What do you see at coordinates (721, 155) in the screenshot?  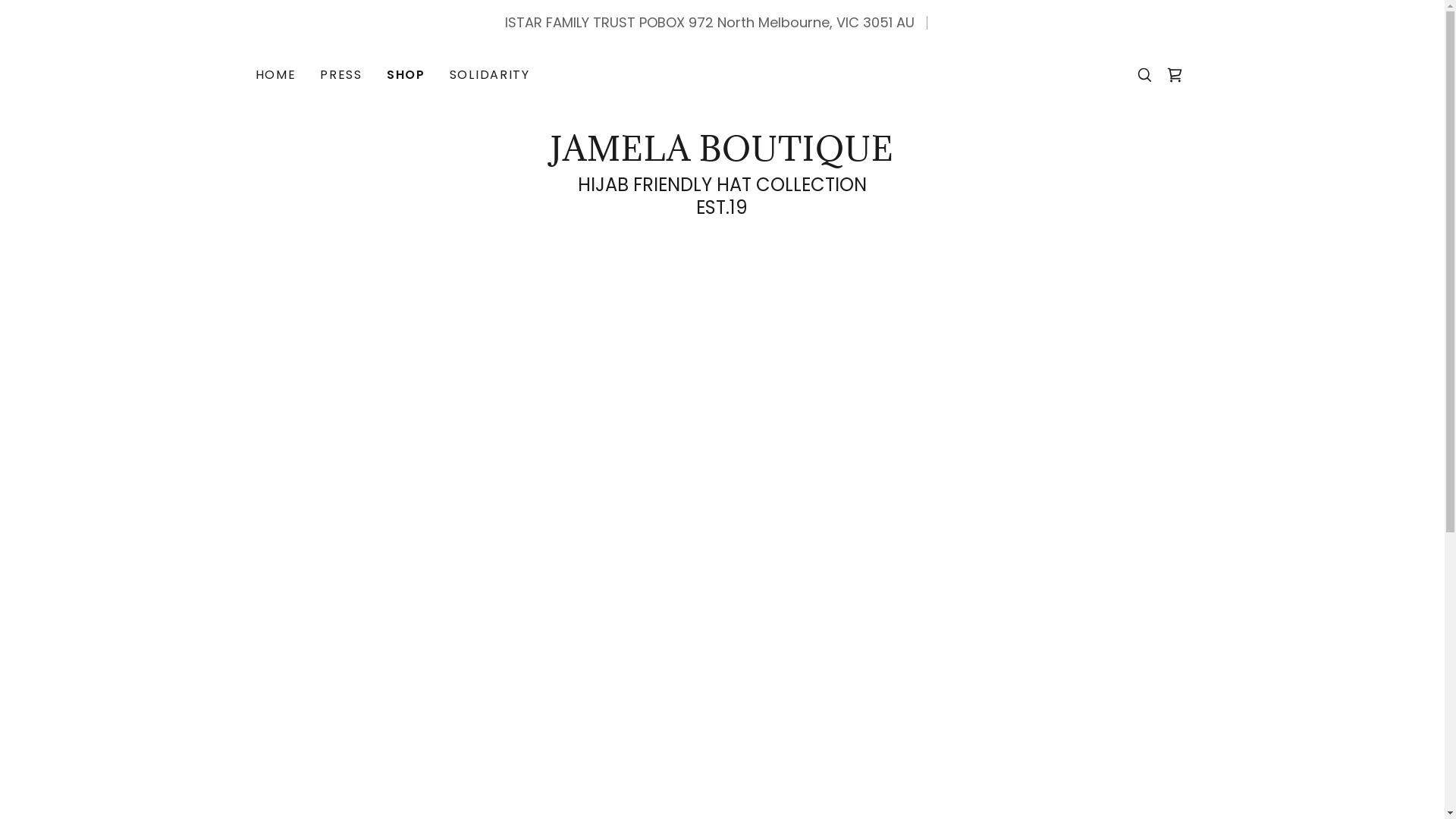 I see `'JAMELA BOUTIQUE'` at bounding box center [721, 155].